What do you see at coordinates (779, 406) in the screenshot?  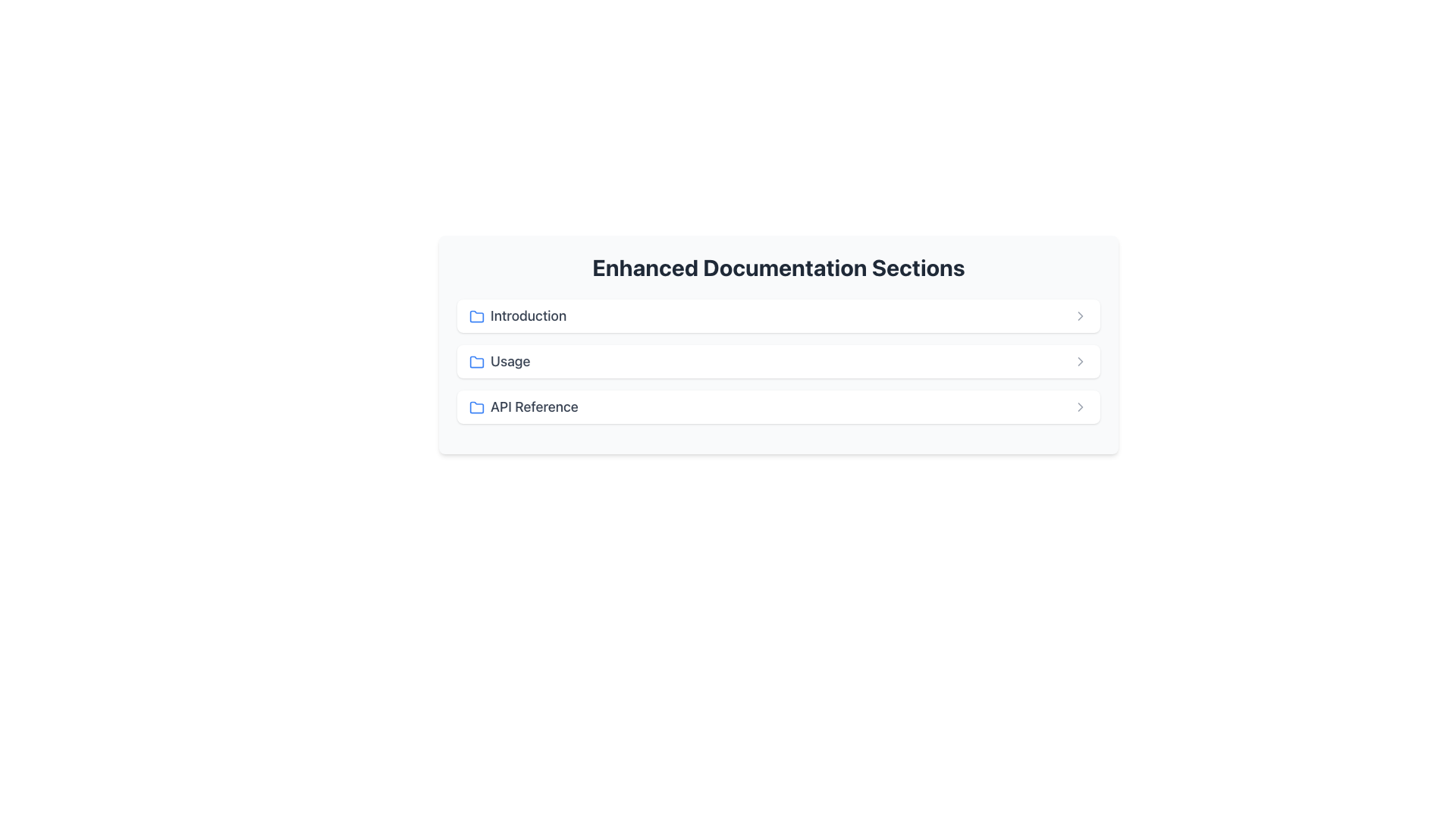 I see `the third list item labeled 'API Reference'` at bounding box center [779, 406].